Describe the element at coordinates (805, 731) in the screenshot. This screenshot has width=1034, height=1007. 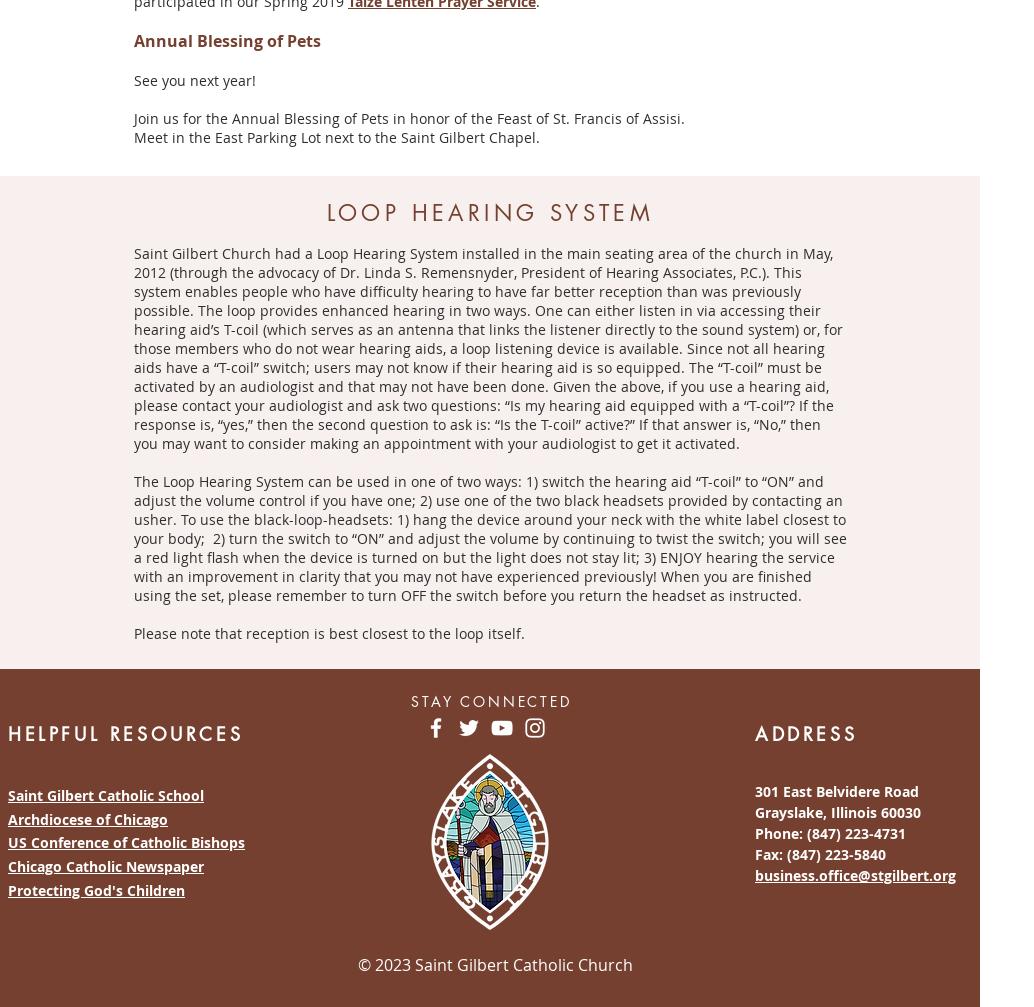
I see `'ADDRESS'` at that location.